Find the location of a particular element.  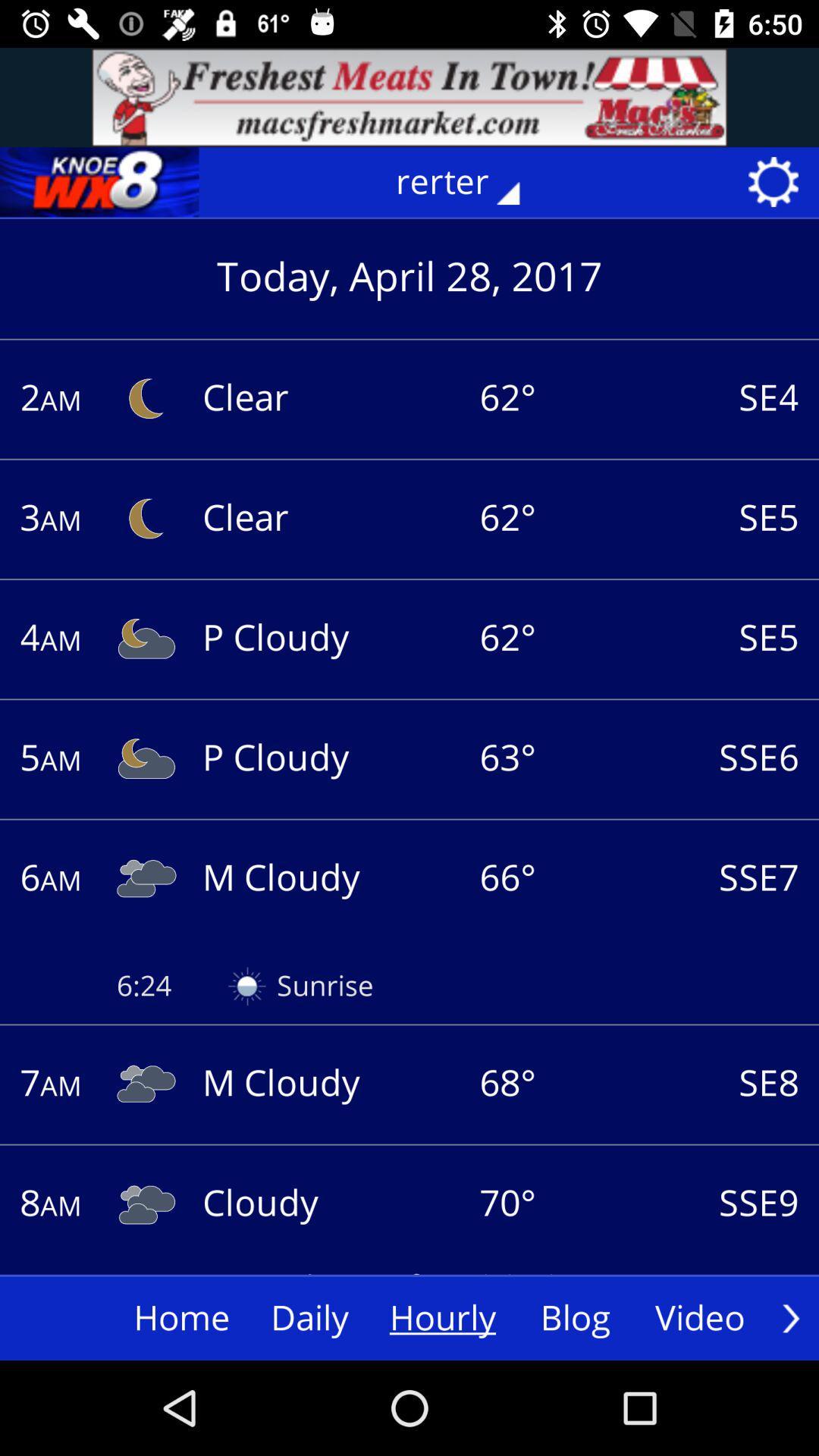

item next to rerter item is located at coordinates (99, 182).